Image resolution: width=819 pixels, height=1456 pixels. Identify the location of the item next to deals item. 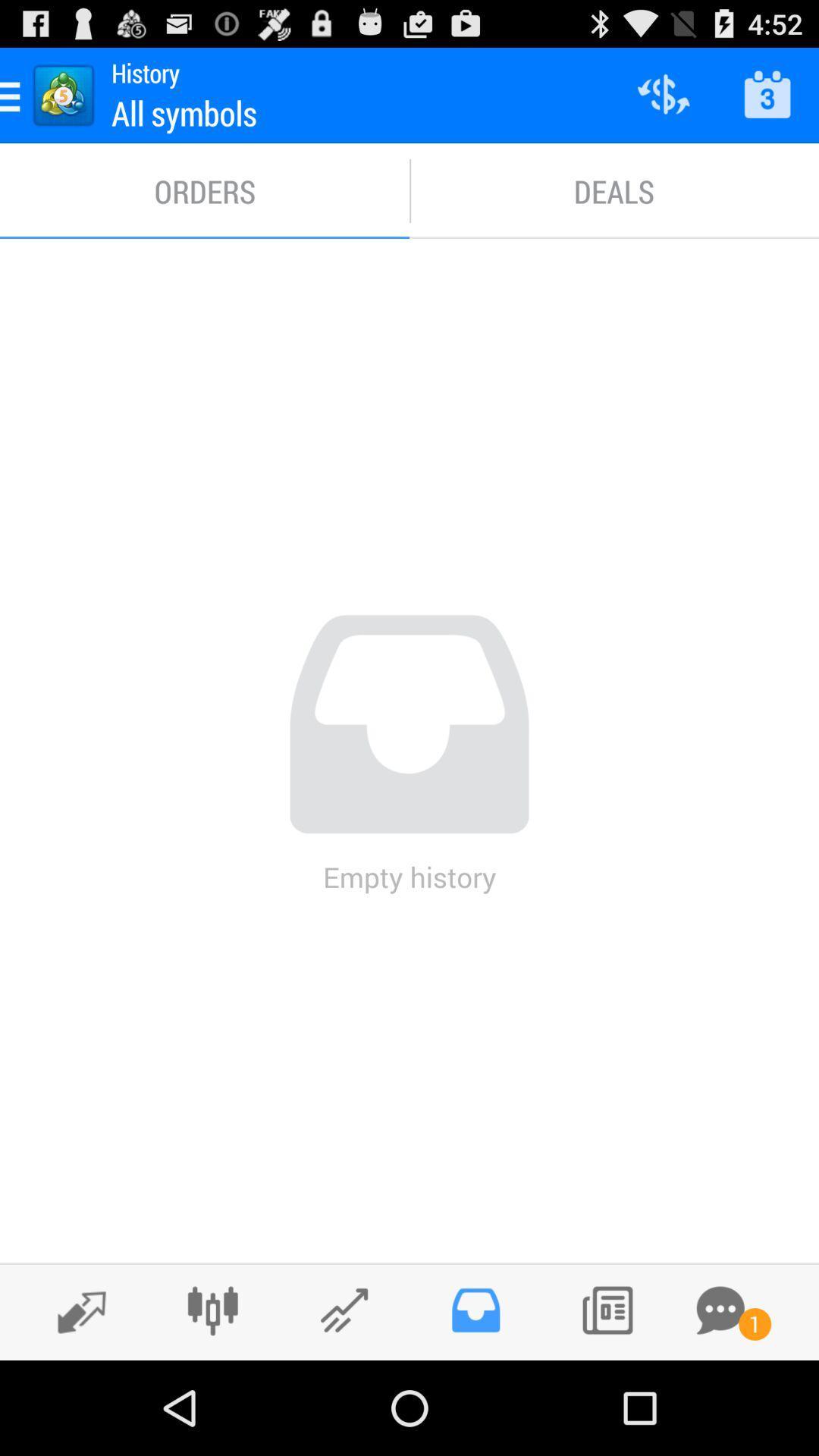
(205, 190).